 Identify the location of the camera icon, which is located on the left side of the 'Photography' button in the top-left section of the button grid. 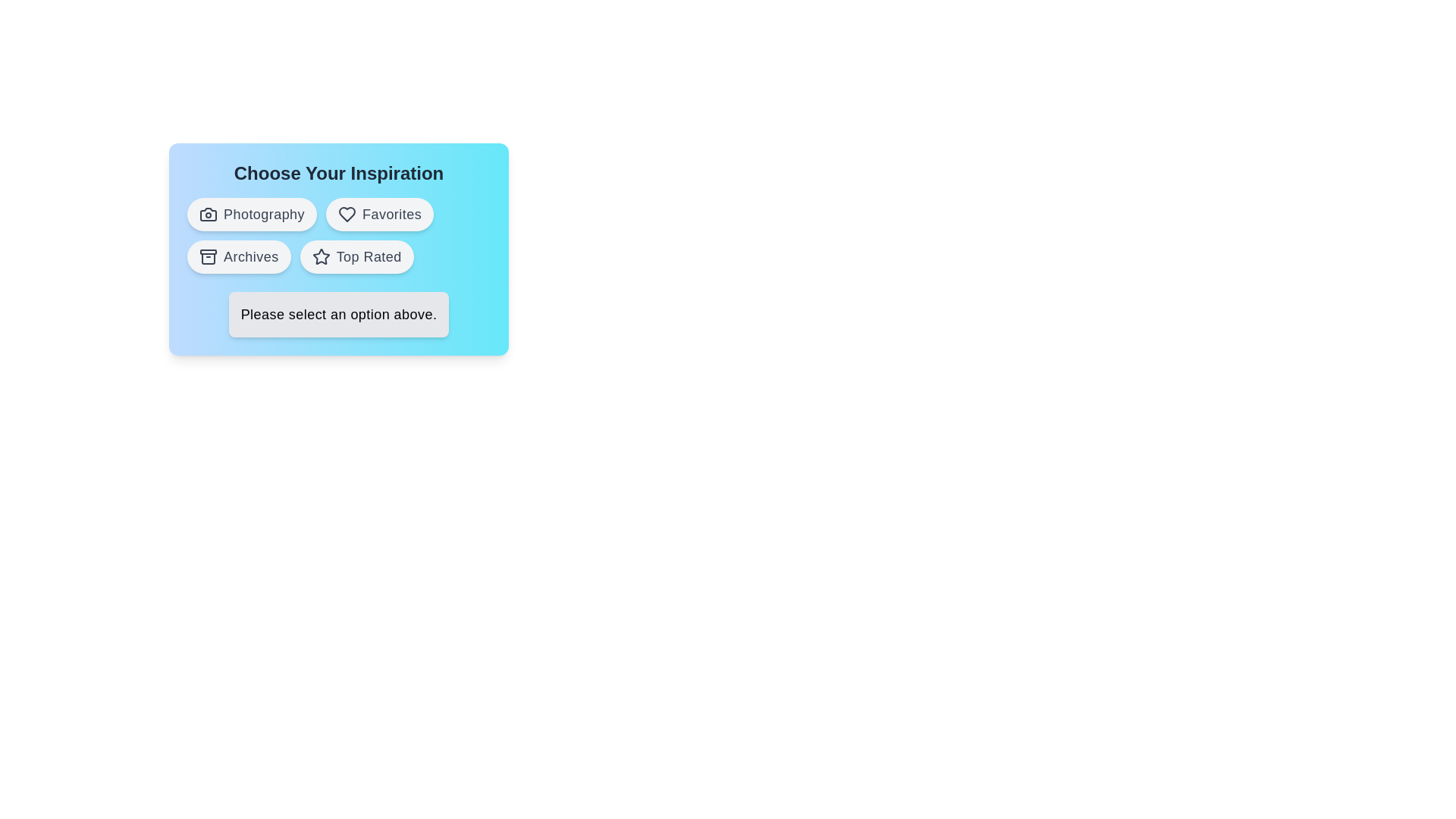
(207, 214).